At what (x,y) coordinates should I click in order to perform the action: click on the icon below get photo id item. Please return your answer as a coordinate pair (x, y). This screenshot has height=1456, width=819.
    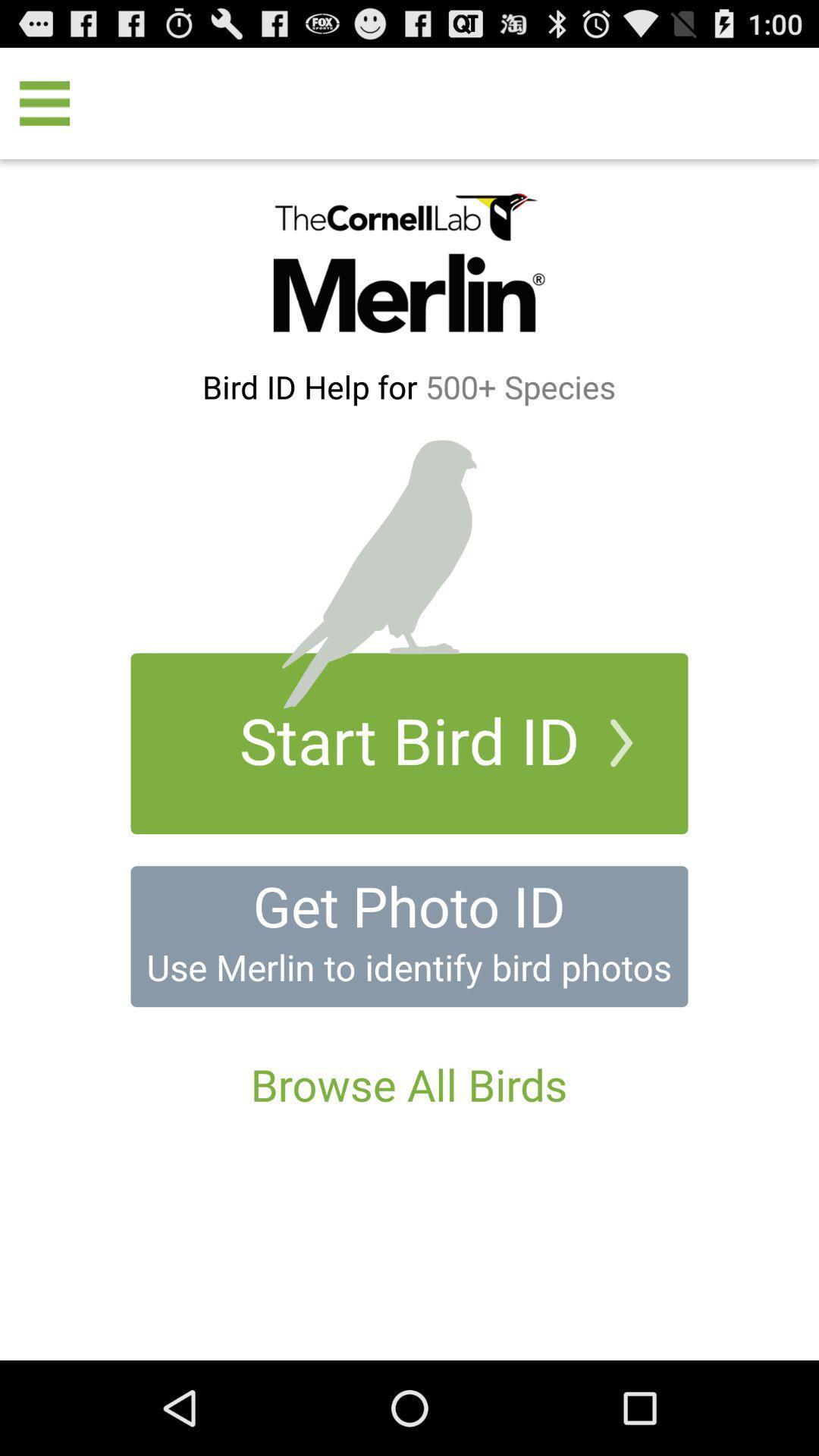
    Looking at the image, I should click on (408, 966).